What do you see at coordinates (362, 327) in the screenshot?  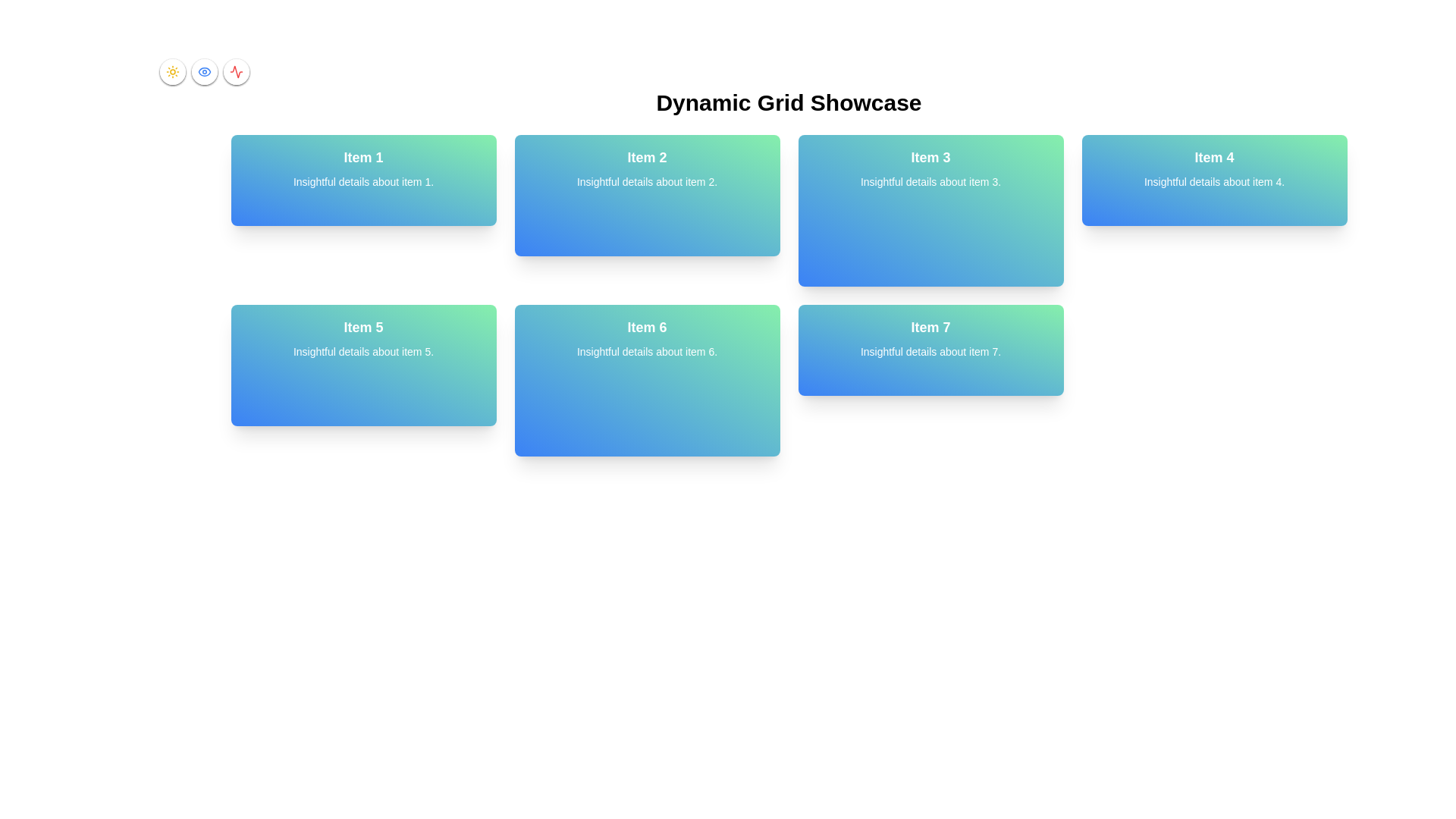 I see `the emphasized heading text labeled 'Item 5' to check for possible interaction options` at bounding box center [362, 327].